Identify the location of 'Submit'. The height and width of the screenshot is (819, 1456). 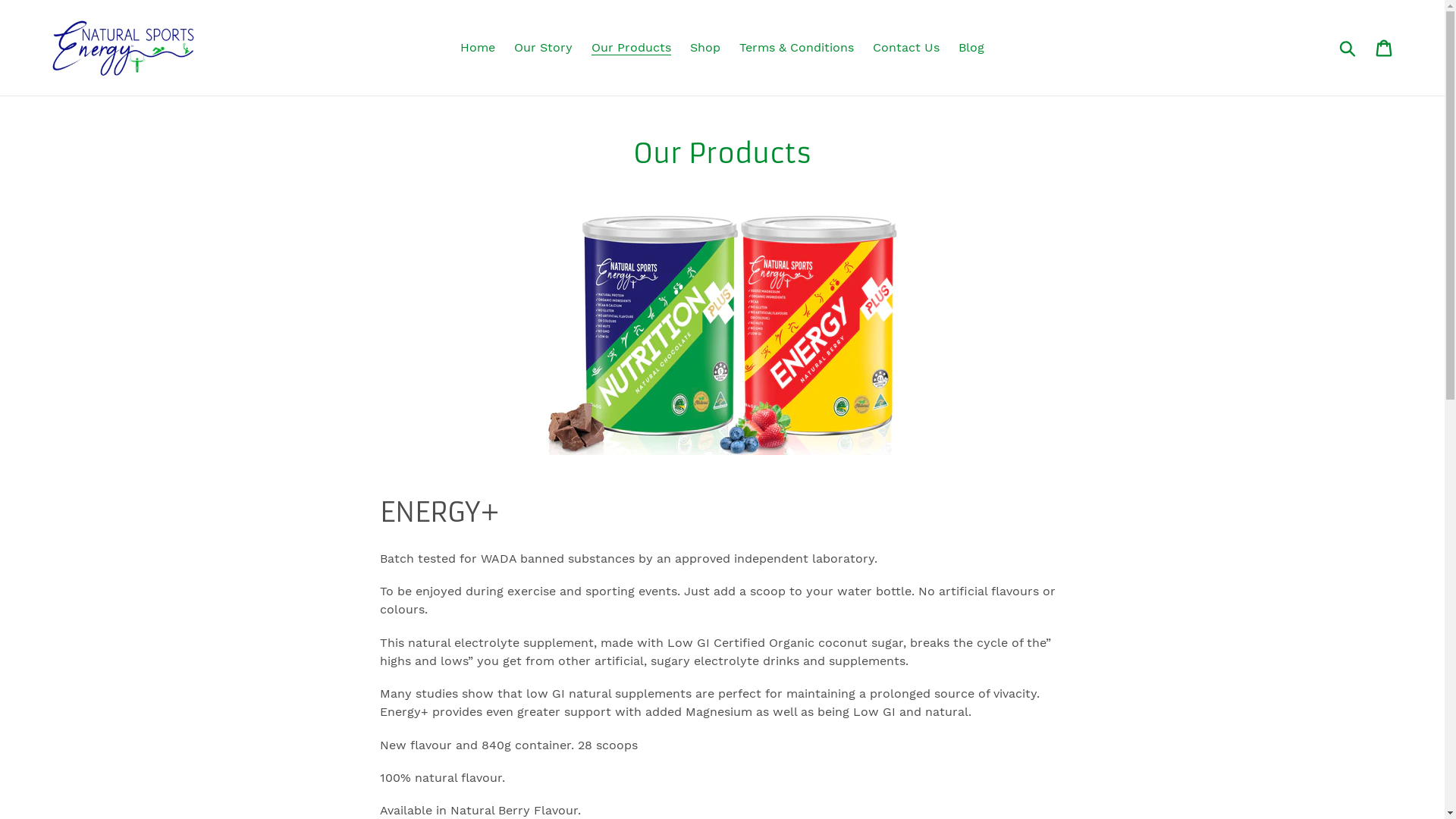
(1329, 46).